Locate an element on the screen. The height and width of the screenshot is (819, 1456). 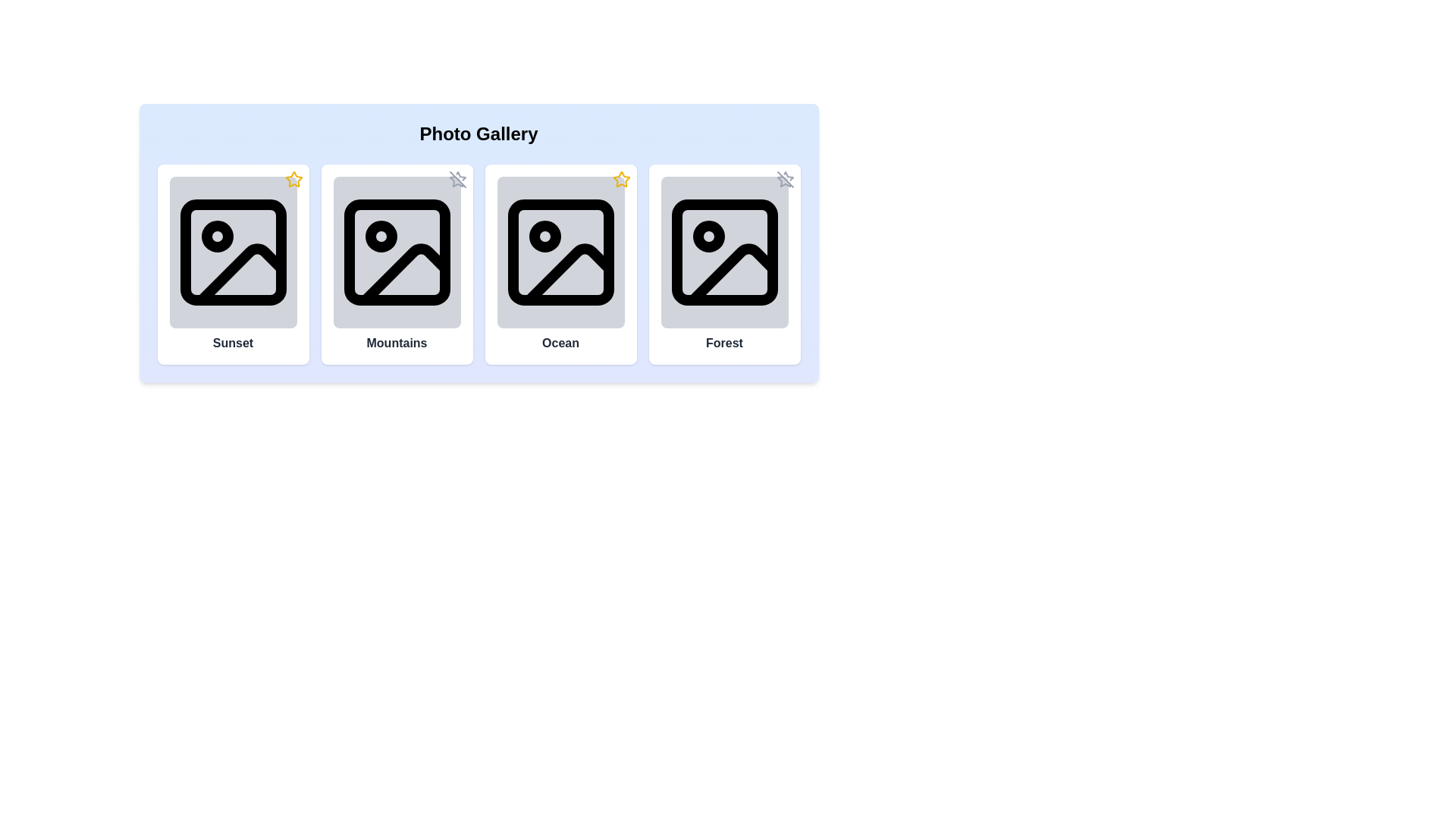
the photo card labeled Mountains is located at coordinates (397, 263).